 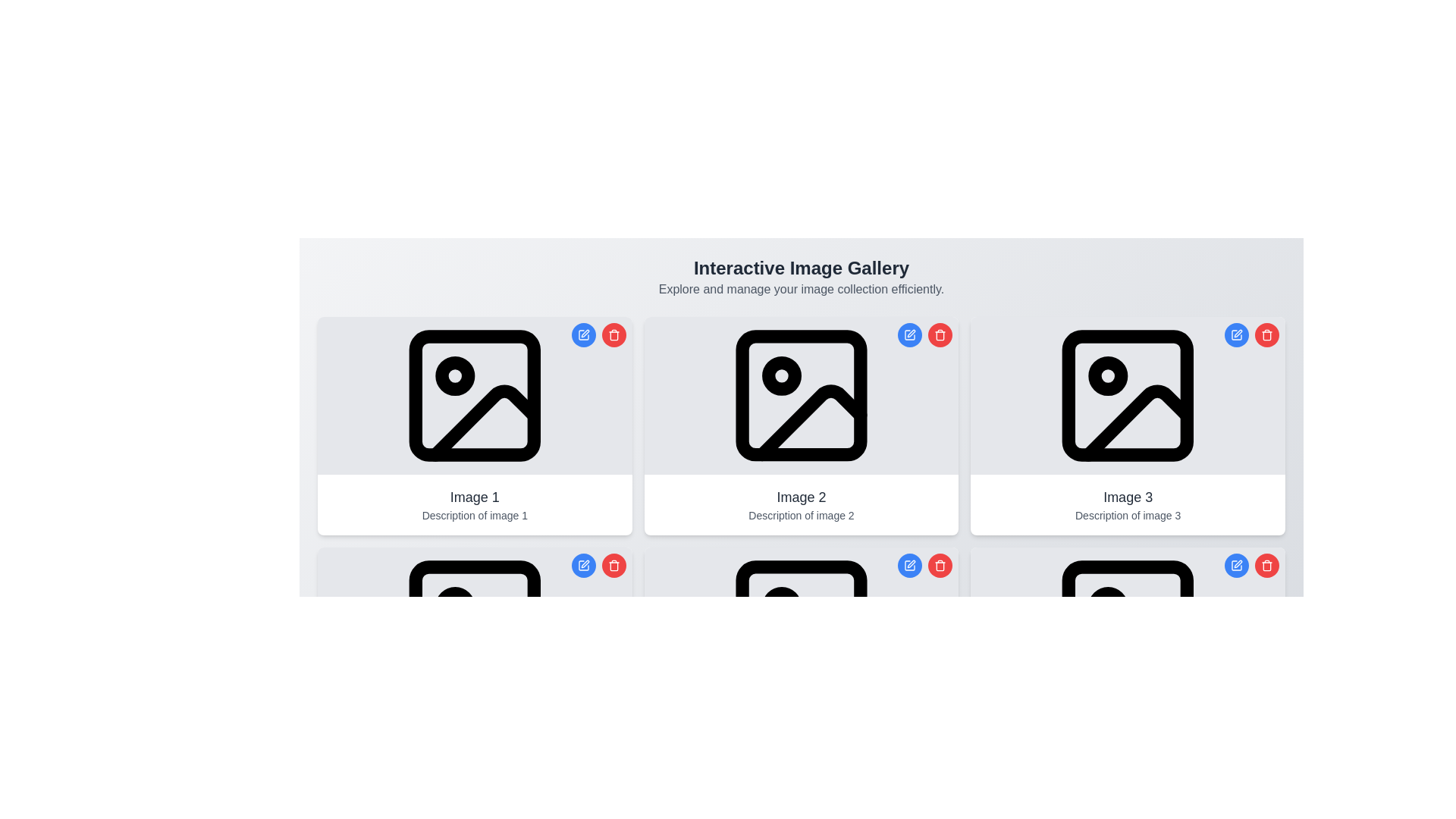 I want to click on image placeholder in the second card labeled 'Image 2', which features a simple graphic design of a framed picture with a circular icon and a diagonal line, so click(x=800, y=394).